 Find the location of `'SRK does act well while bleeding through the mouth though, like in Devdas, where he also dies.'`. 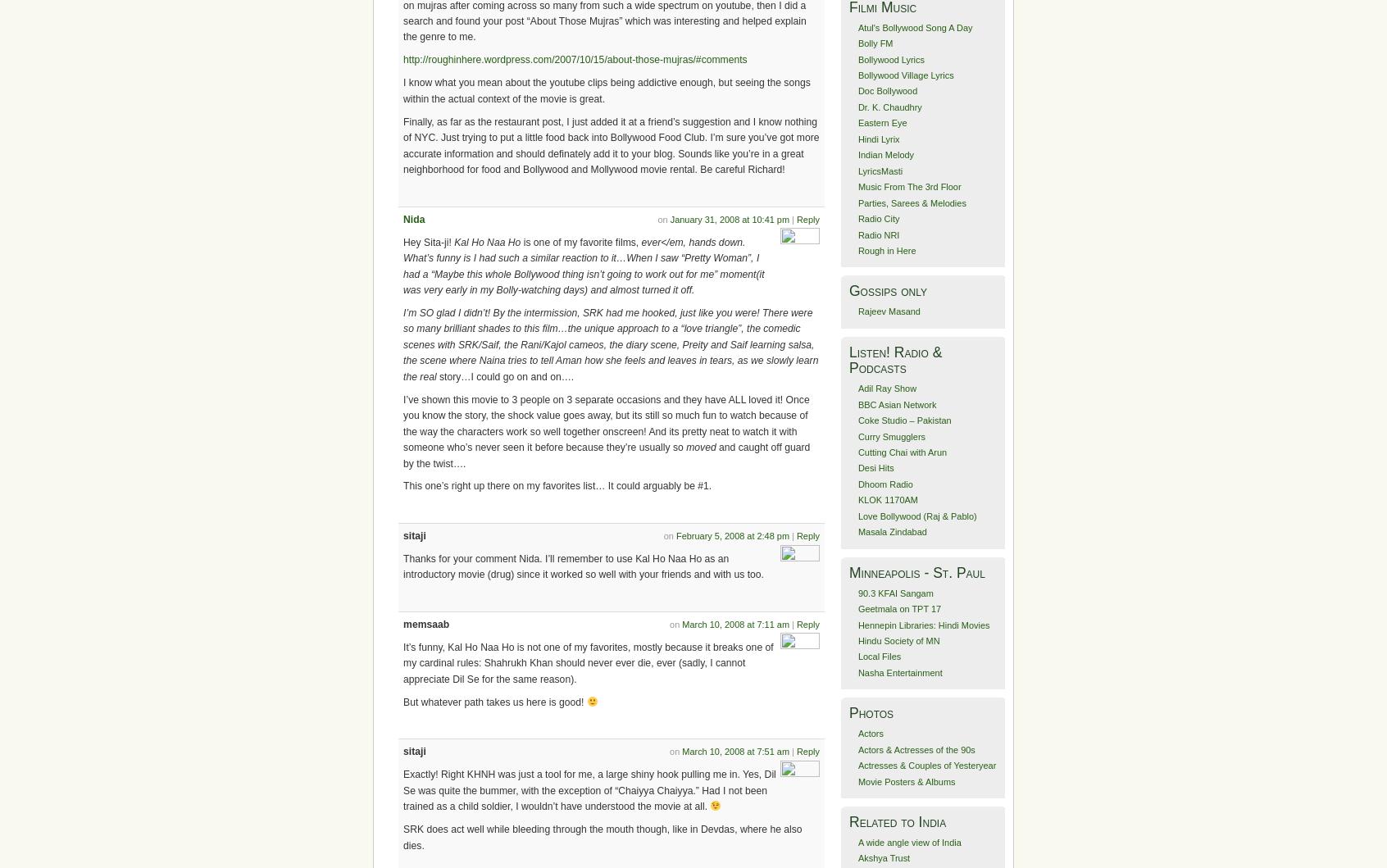

'SRK does act well while bleeding through the mouth though, like in Devdas, where he also dies.' is located at coordinates (602, 836).